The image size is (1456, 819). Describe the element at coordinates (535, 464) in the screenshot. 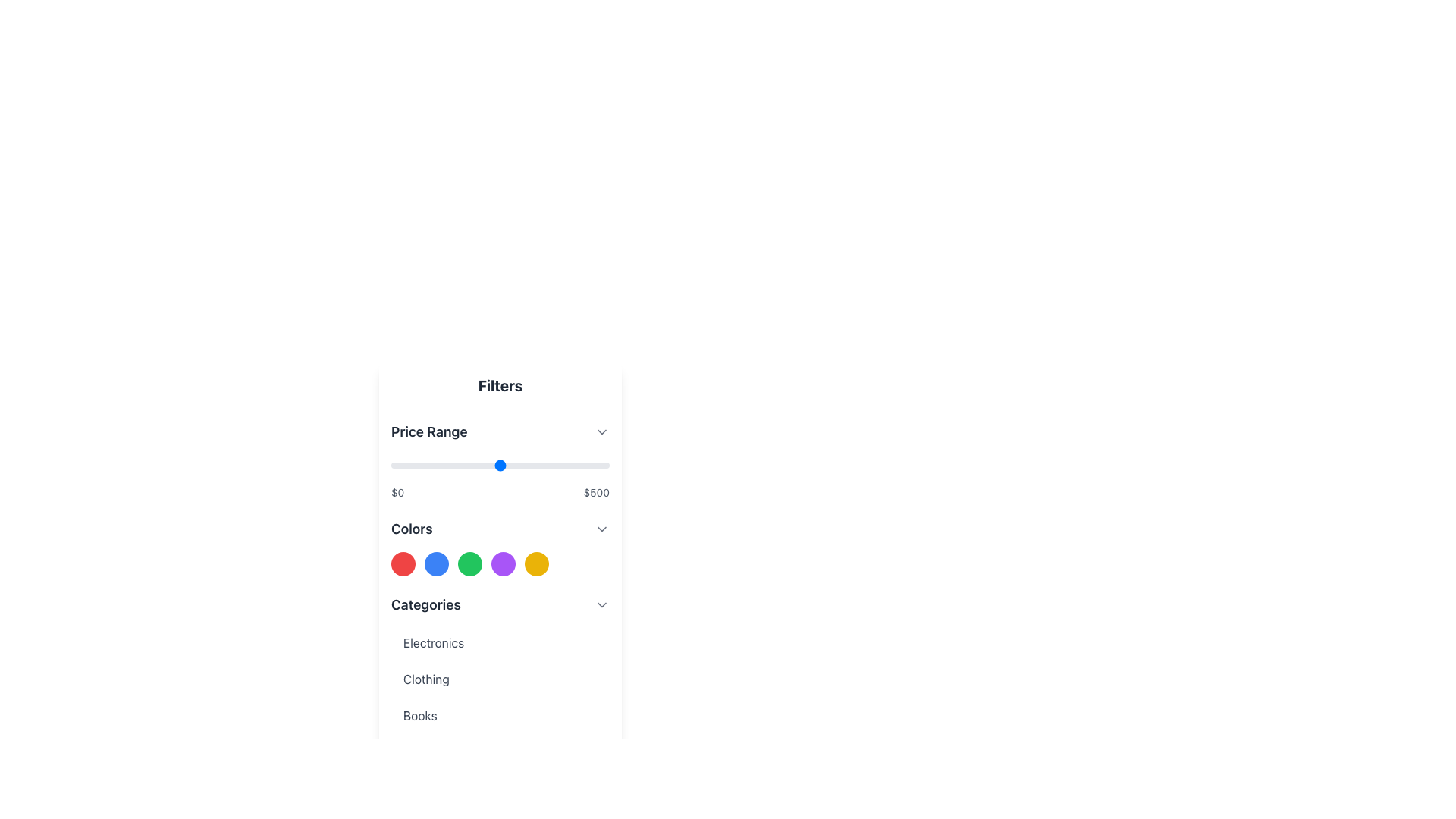

I see `the slider` at that location.